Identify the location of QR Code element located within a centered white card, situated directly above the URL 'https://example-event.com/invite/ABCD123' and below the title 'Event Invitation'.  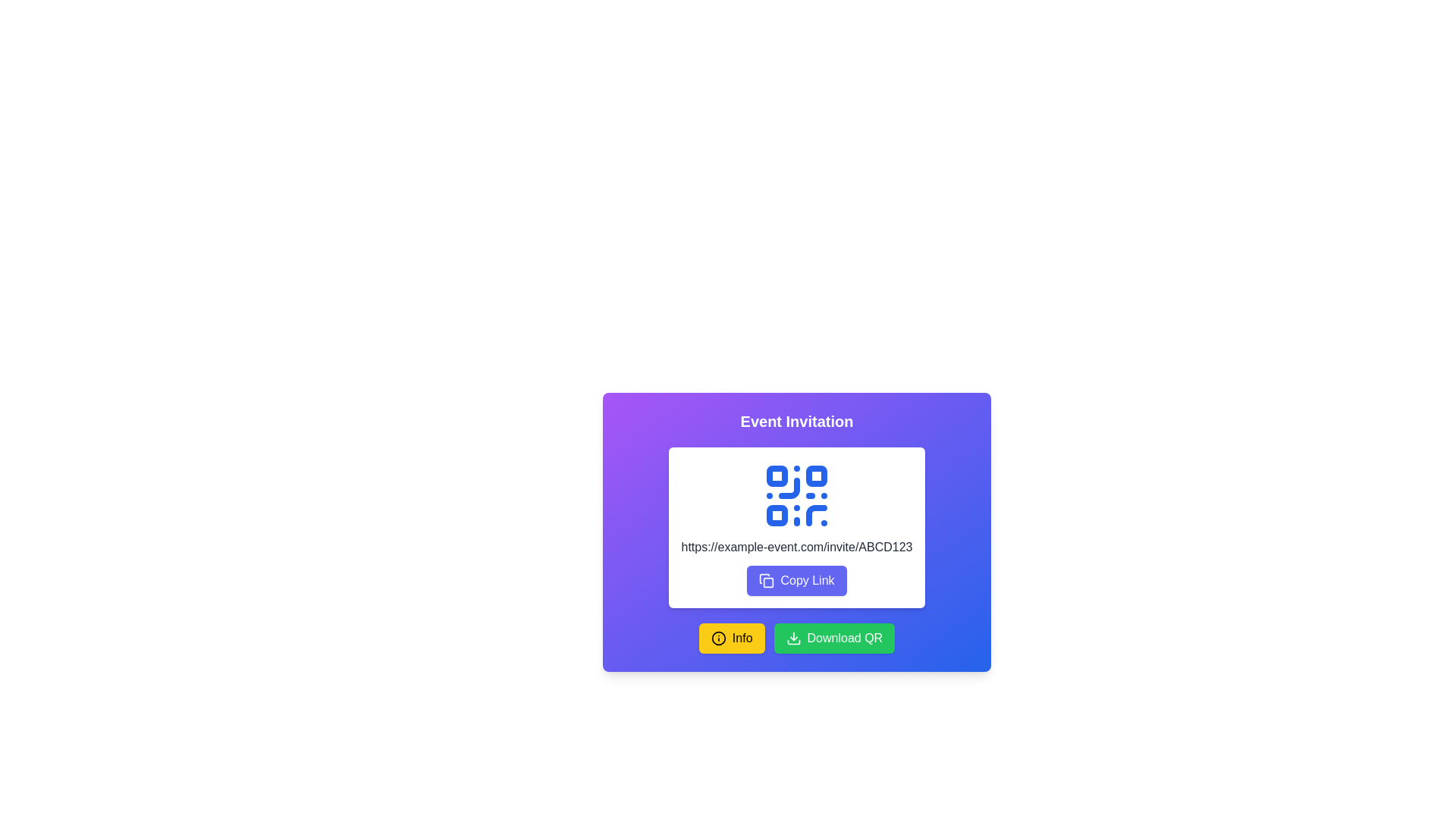
(796, 532).